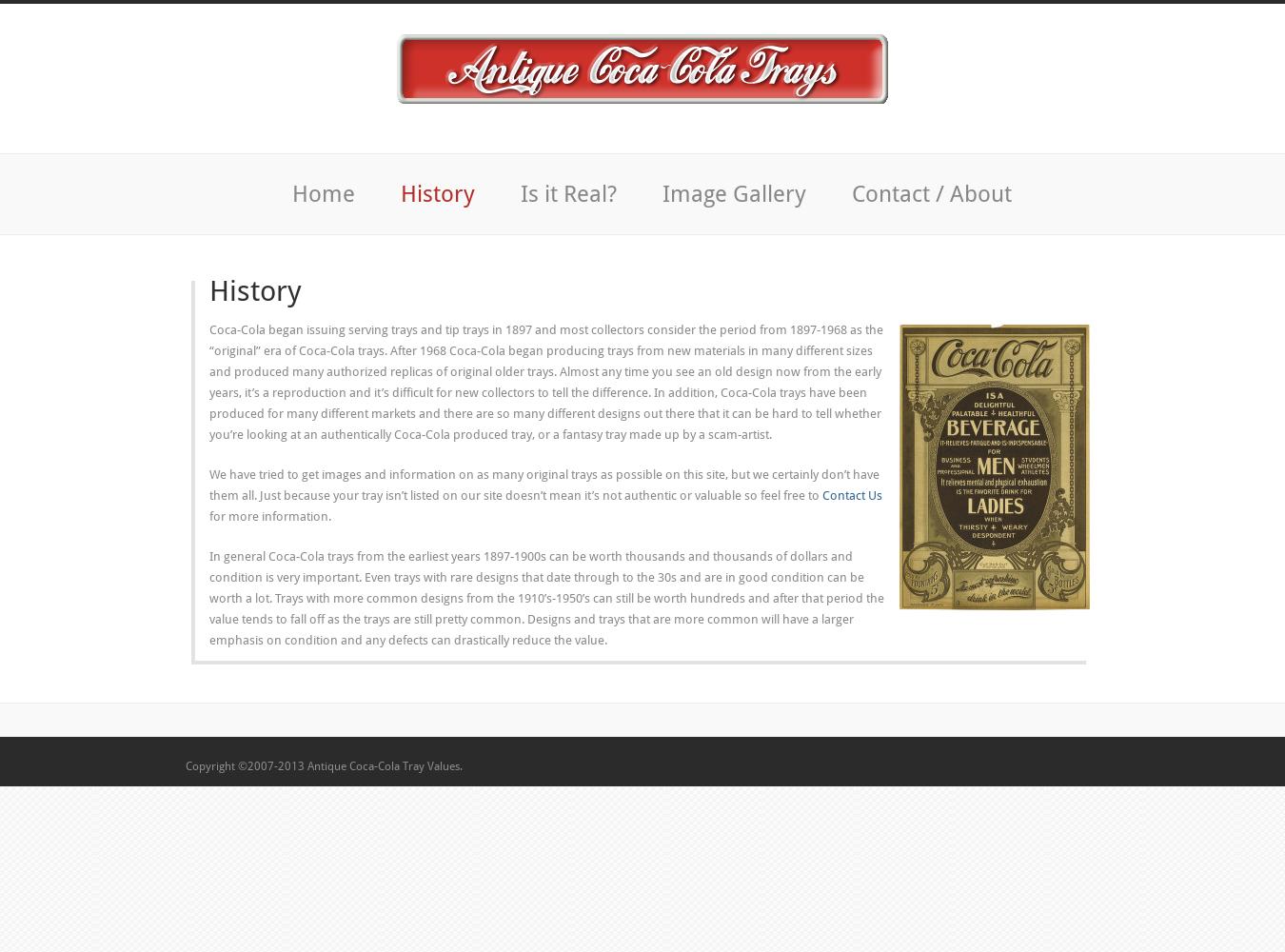 The width and height of the screenshot is (1285, 952). I want to click on 'In general Coca-Cola trays from the earliest years 1897-1900s can be worth thousands and thousands of dollars and condition is very important. Even trays with rare designs that date through to the 30s and are in good condition can be worth a lot. Trays with more common designs from the 1910’s-1950’s can still be worth hundreds and after that period the value tends to fall off as the trays are still pretty common. Designs and trays that are more common will have a larger emphasis on condition and any defects can drastically reduce the value.', so click(209, 598).